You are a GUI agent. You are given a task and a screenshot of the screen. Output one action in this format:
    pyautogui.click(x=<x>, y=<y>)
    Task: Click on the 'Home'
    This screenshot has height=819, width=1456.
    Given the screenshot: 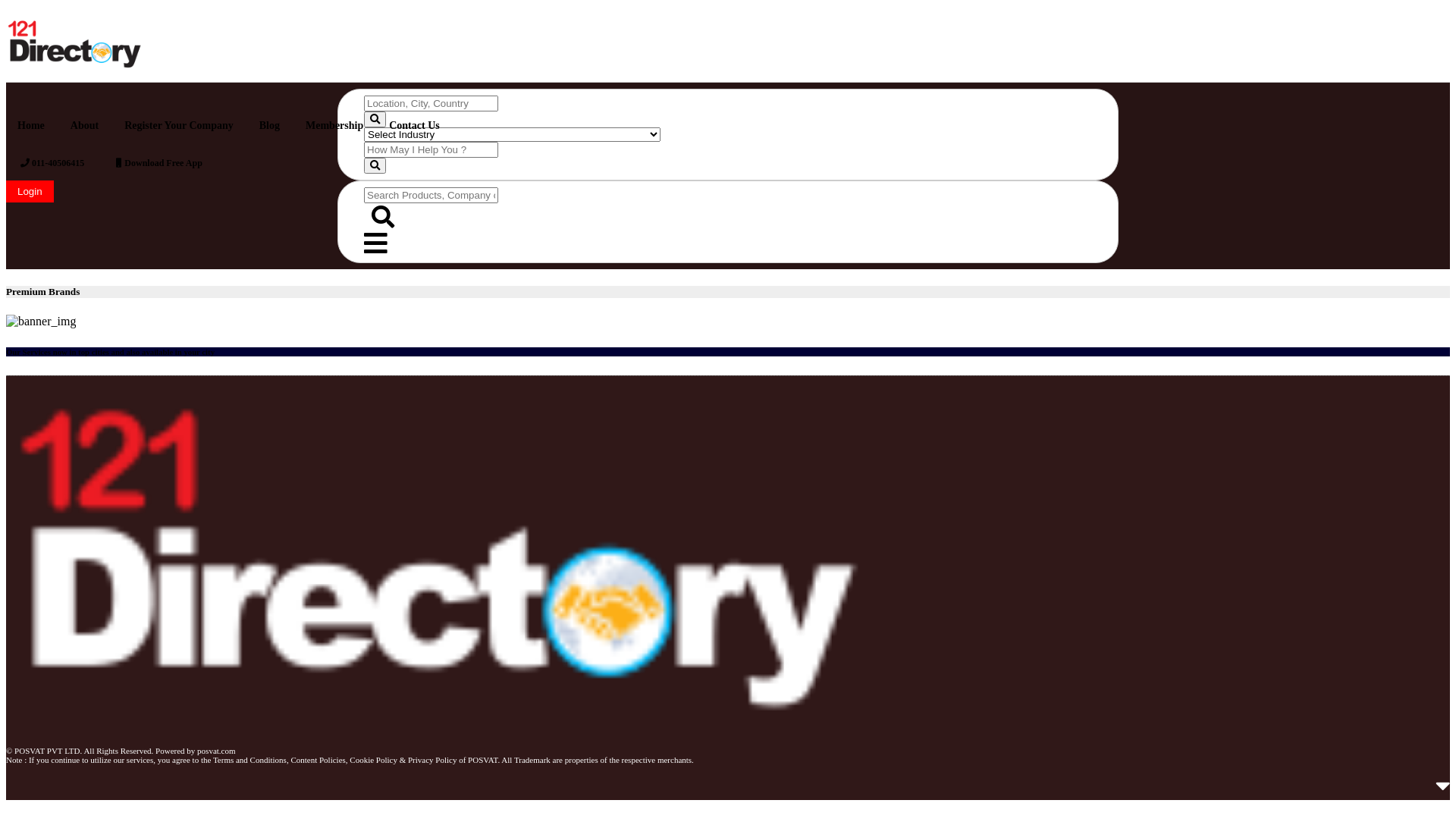 What is the action you would take?
    pyautogui.click(x=10, y=124)
    